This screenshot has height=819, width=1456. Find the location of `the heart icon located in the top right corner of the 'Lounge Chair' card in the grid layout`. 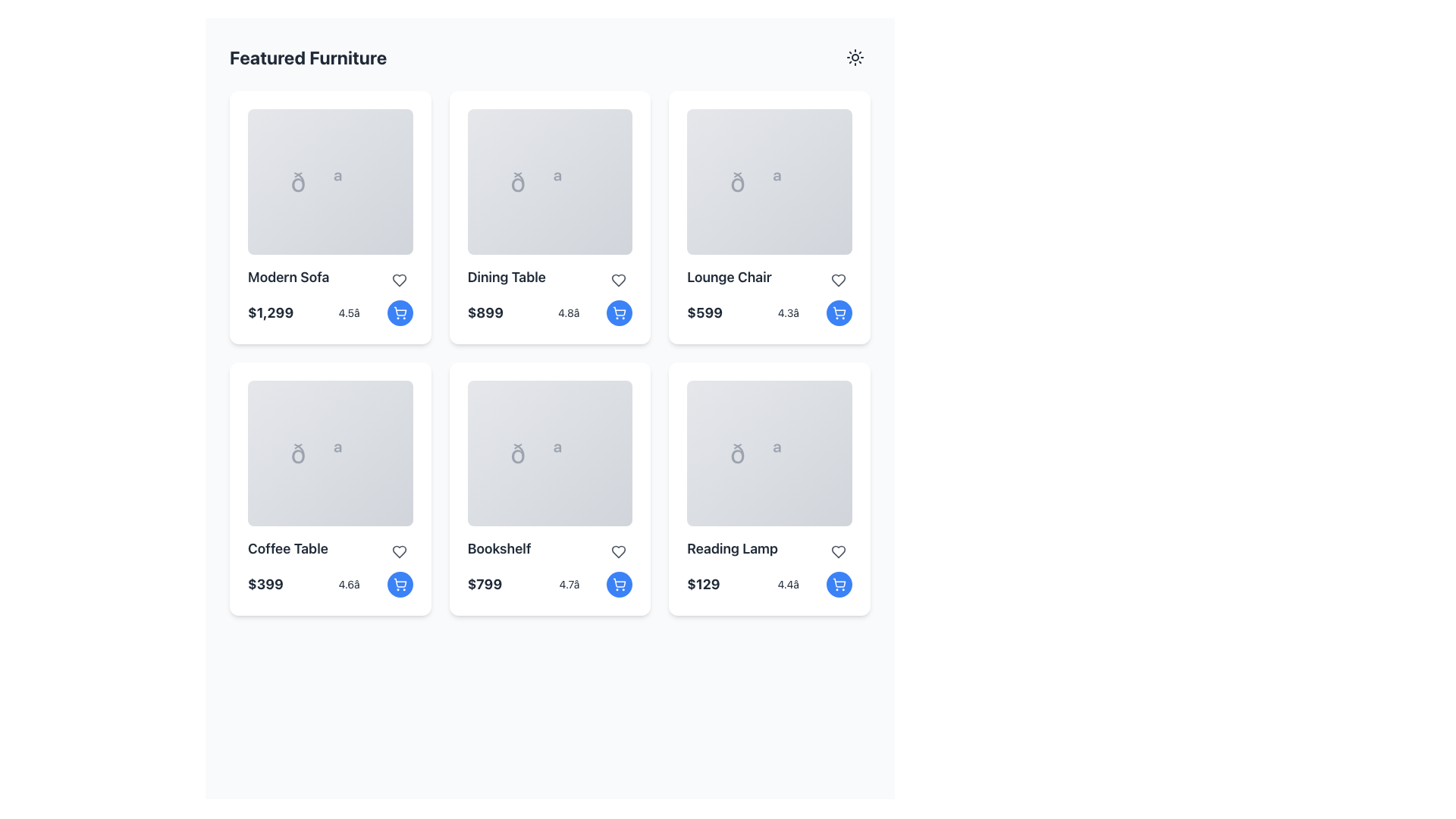

the heart icon located in the top right corner of the 'Lounge Chair' card in the grid layout is located at coordinates (837, 281).